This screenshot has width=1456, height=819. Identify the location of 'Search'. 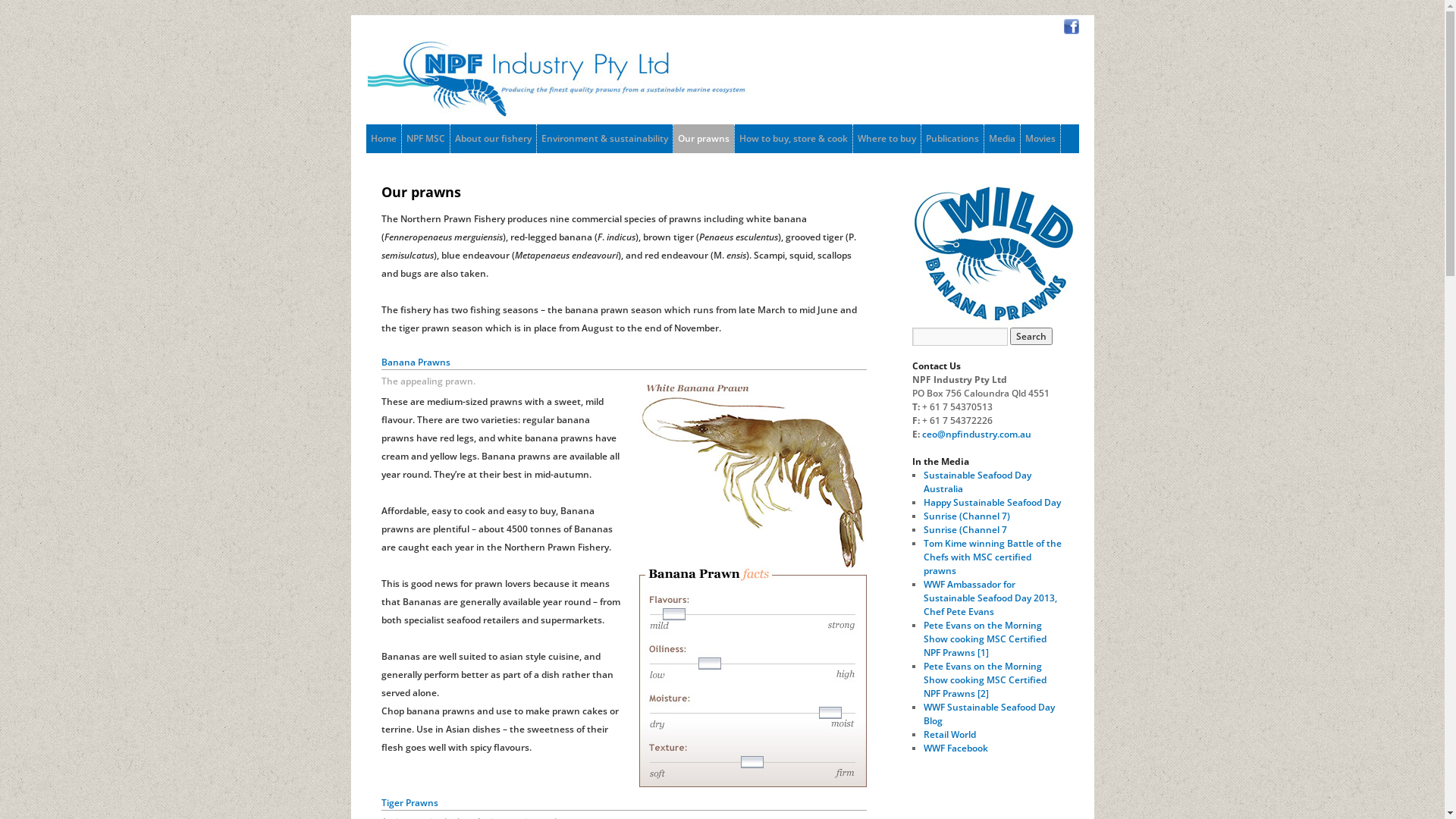
(1031, 335).